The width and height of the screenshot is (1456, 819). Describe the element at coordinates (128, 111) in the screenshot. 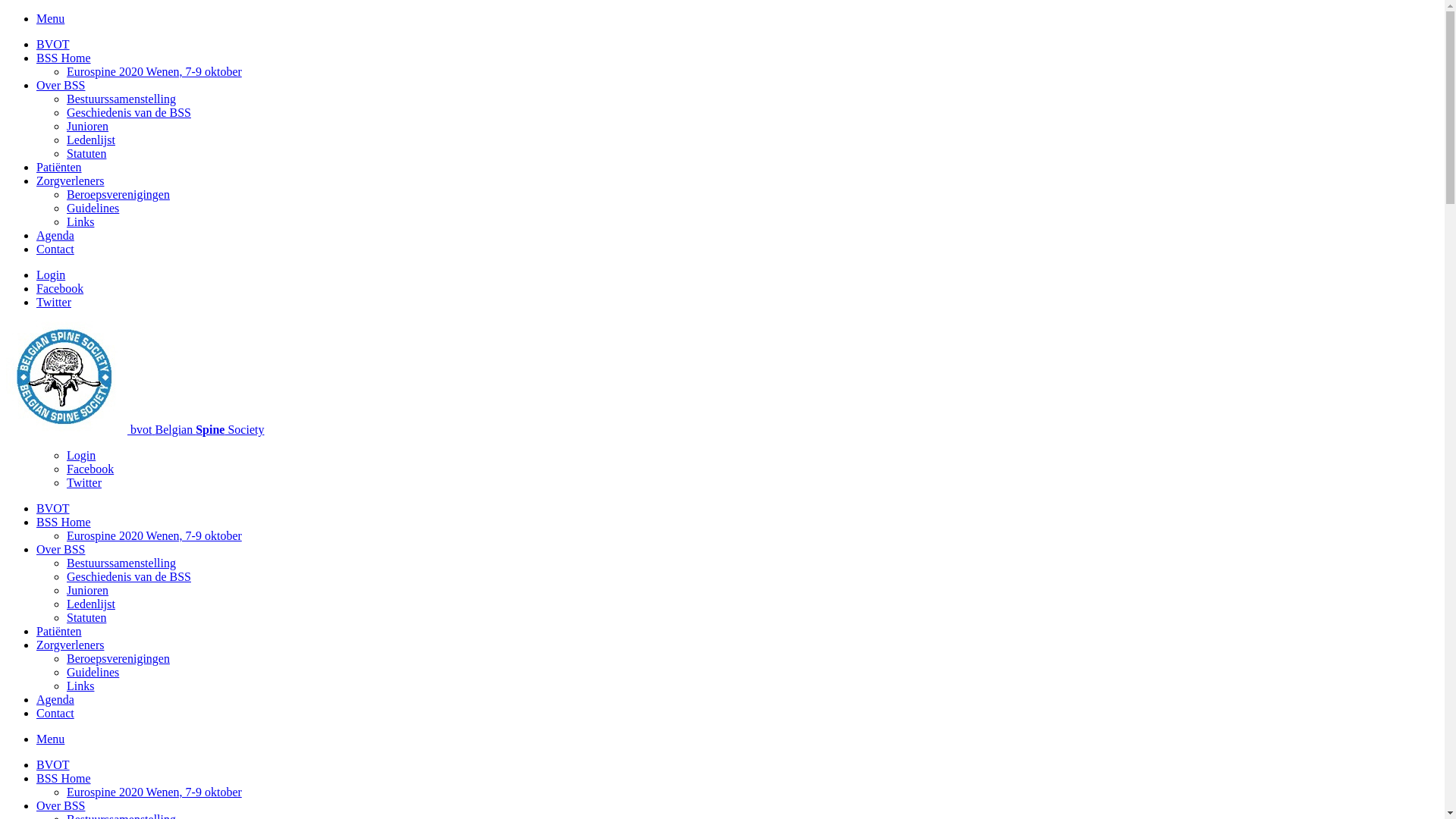

I see `'Geschiedenis van de BSS'` at that location.